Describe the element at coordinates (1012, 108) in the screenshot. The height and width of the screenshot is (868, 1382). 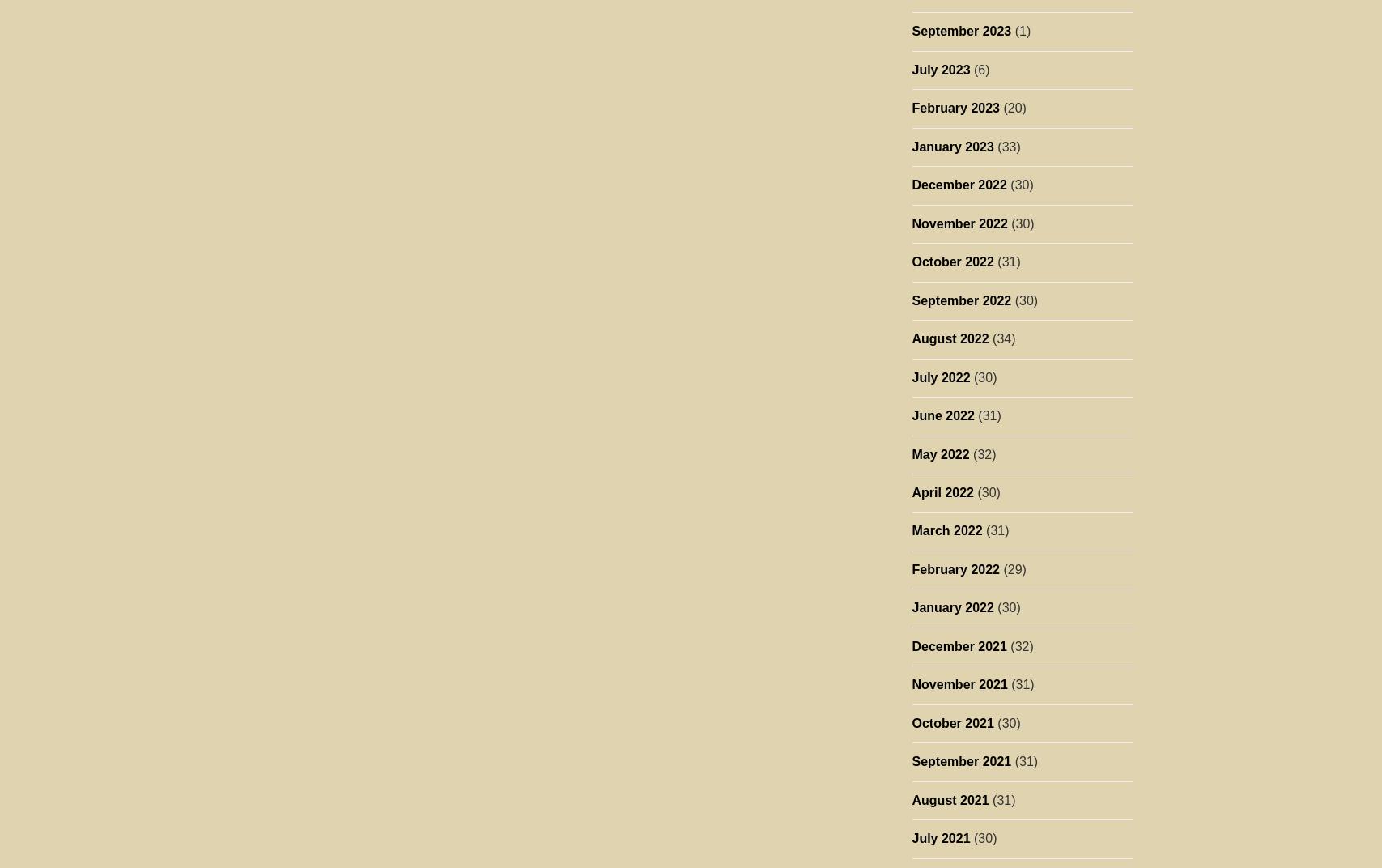
I see `'(20)'` at that location.